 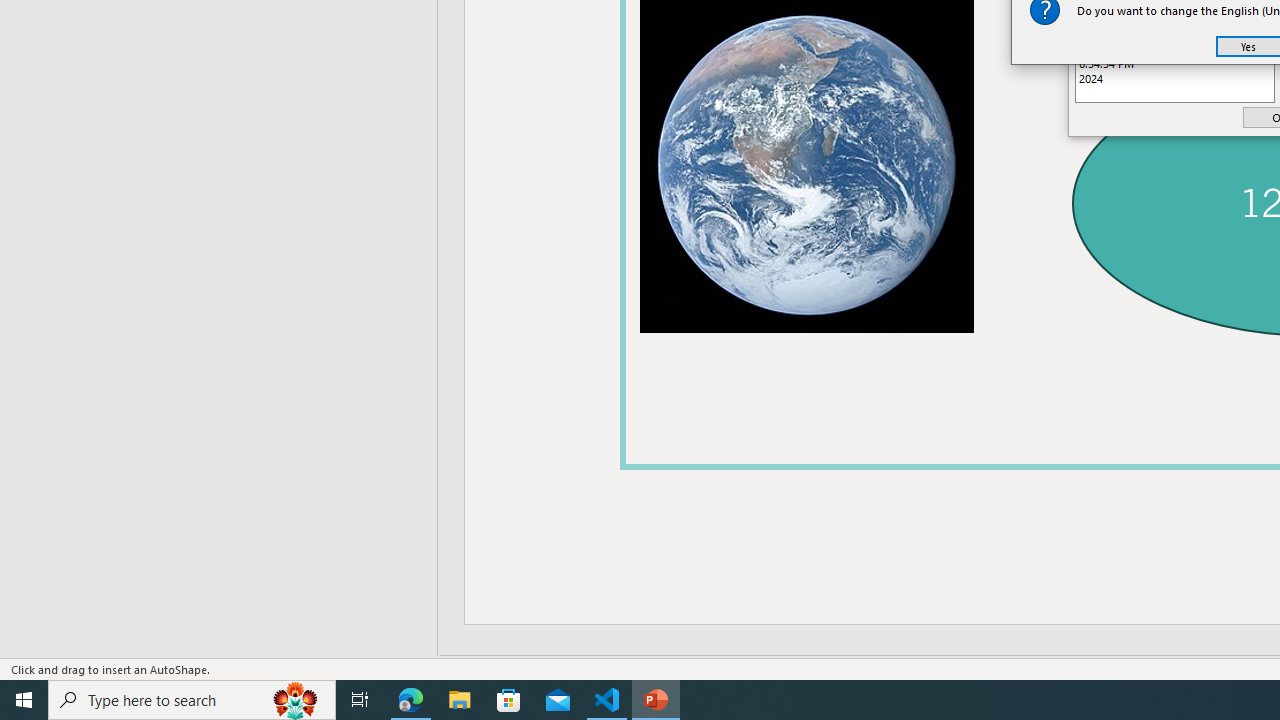 I want to click on 'Microsoft Edge - 1 running window', so click(x=410, y=698).